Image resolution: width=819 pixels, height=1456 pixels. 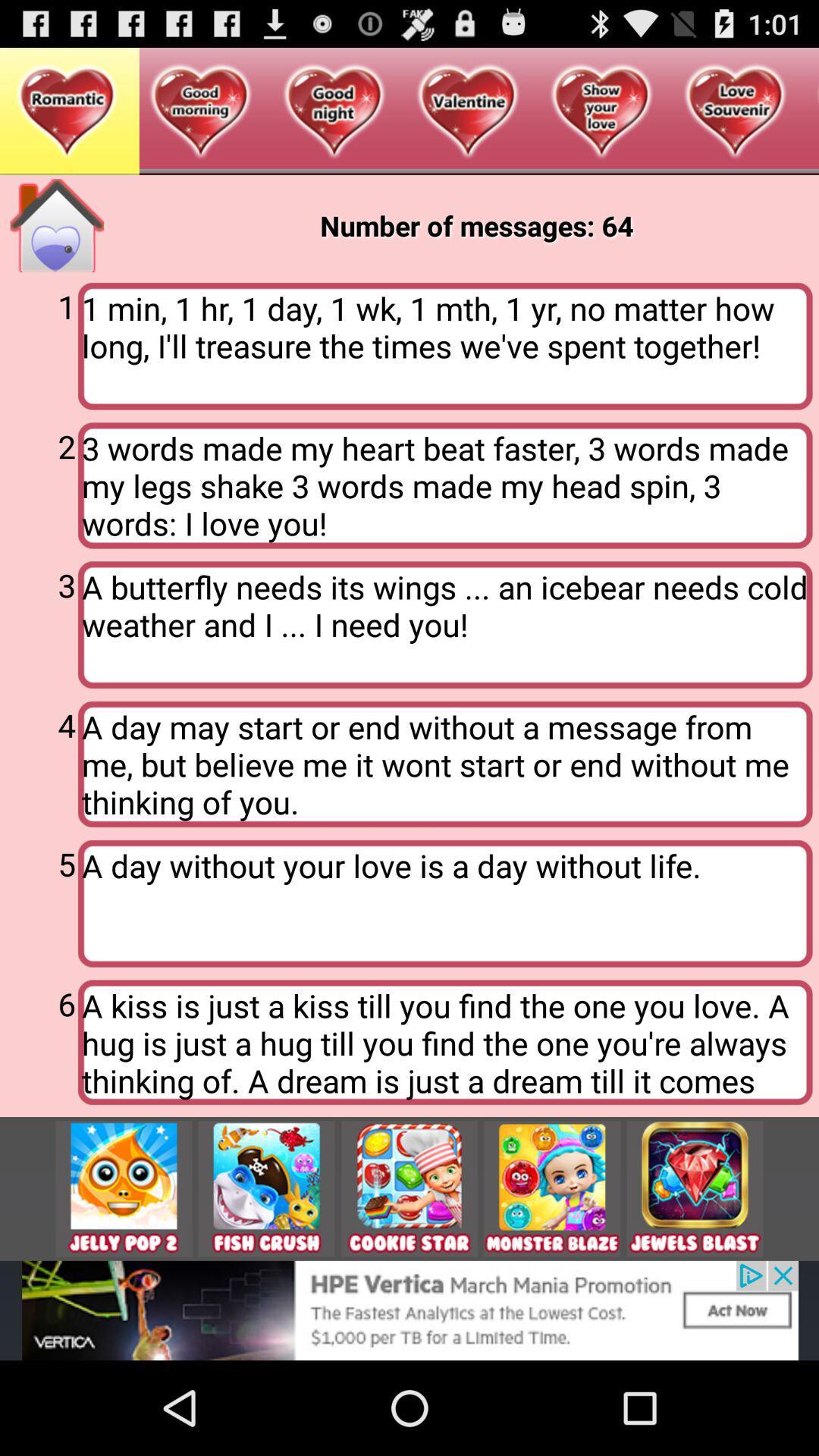 I want to click on this tile, so click(x=123, y=1188).